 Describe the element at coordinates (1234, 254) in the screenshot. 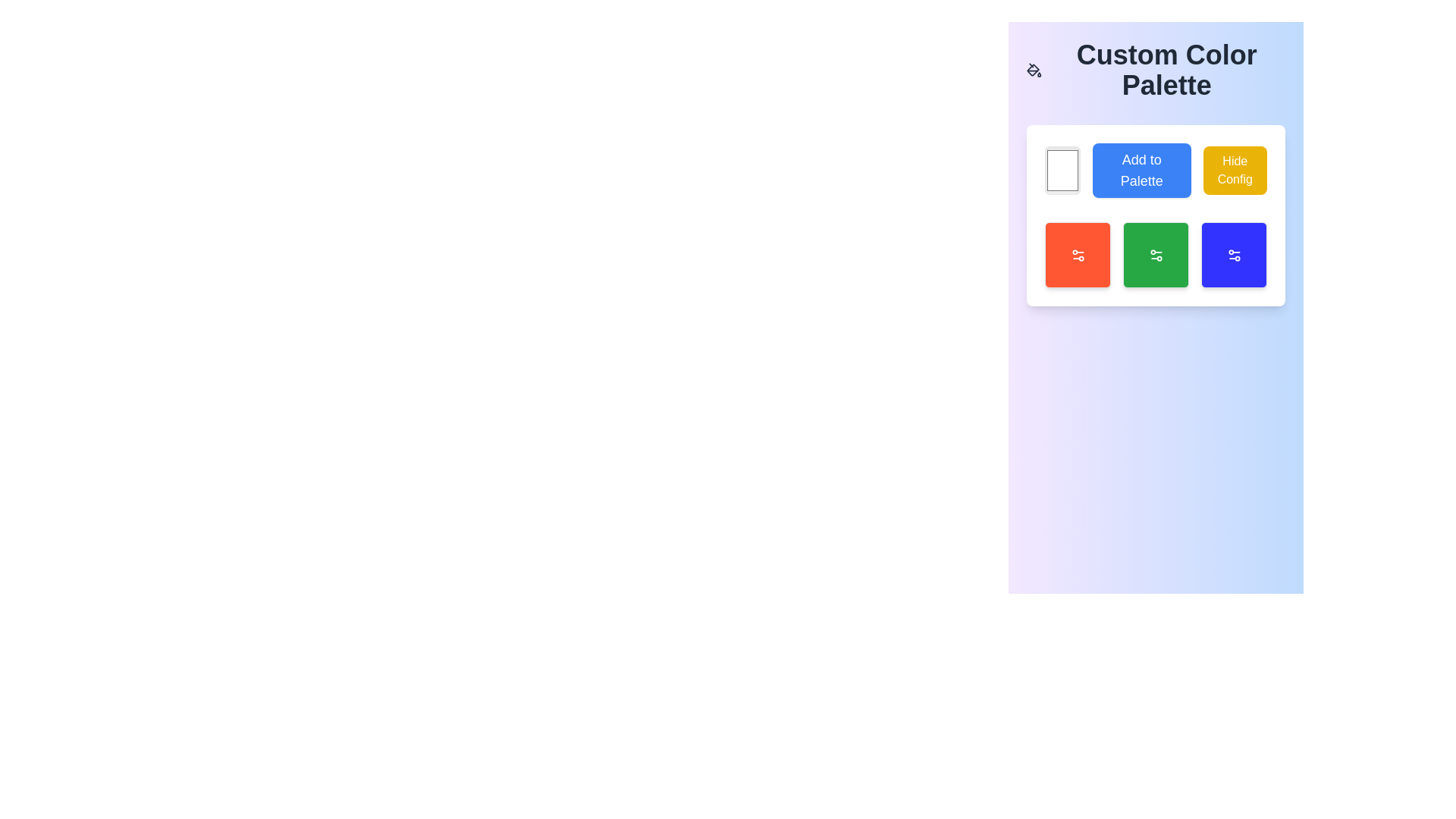

I see `the gear icon located at the bottom-right corner of the grid below the 'Custom Color Palette' text` at that location.